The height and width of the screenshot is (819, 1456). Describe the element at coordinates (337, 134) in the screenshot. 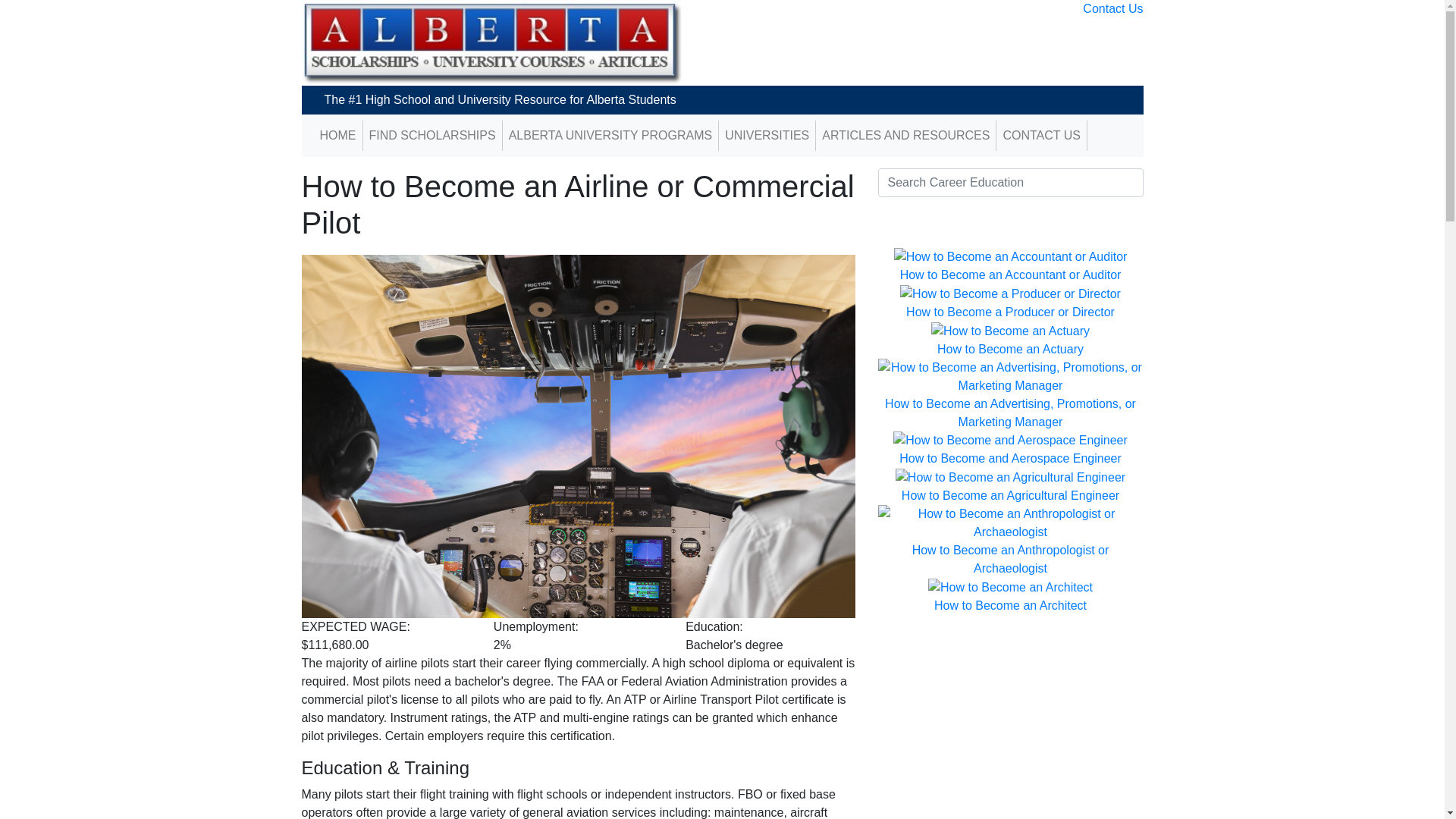

I see `'HOME'` at that location.